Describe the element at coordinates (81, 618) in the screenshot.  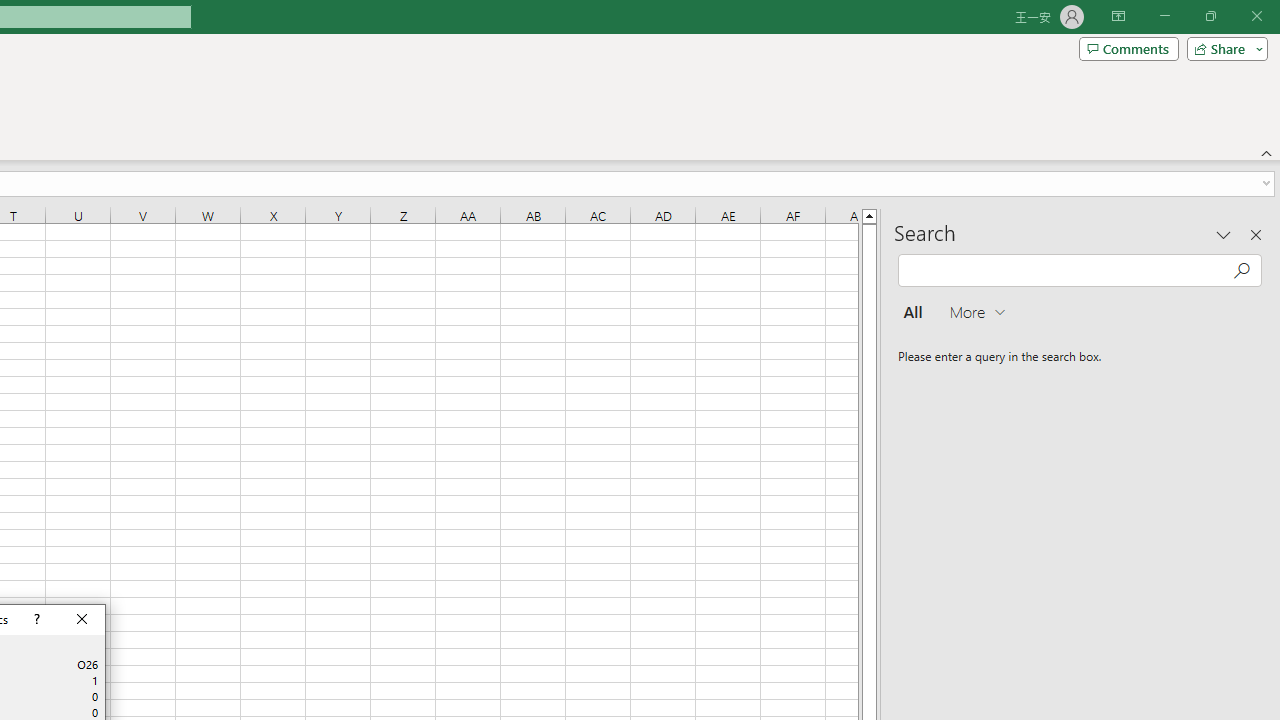
I see `'Close'` at that location.